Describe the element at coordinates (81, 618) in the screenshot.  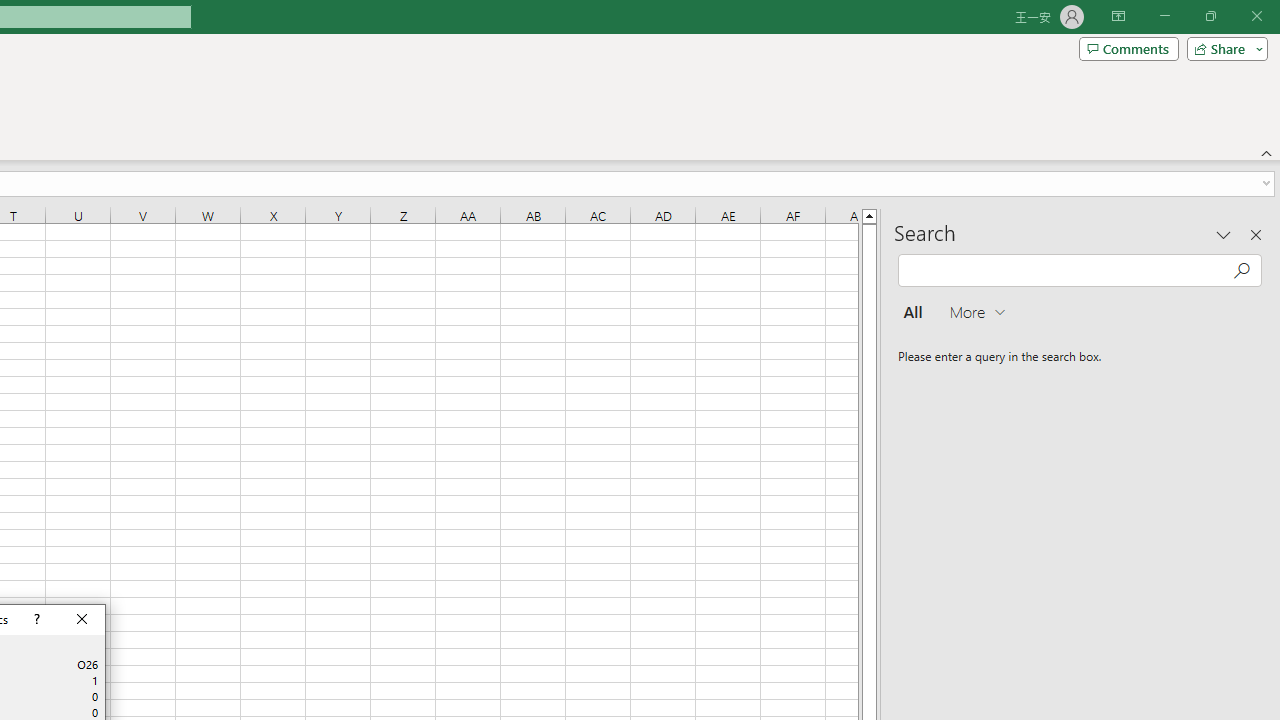
I see `'Close'` at that location.